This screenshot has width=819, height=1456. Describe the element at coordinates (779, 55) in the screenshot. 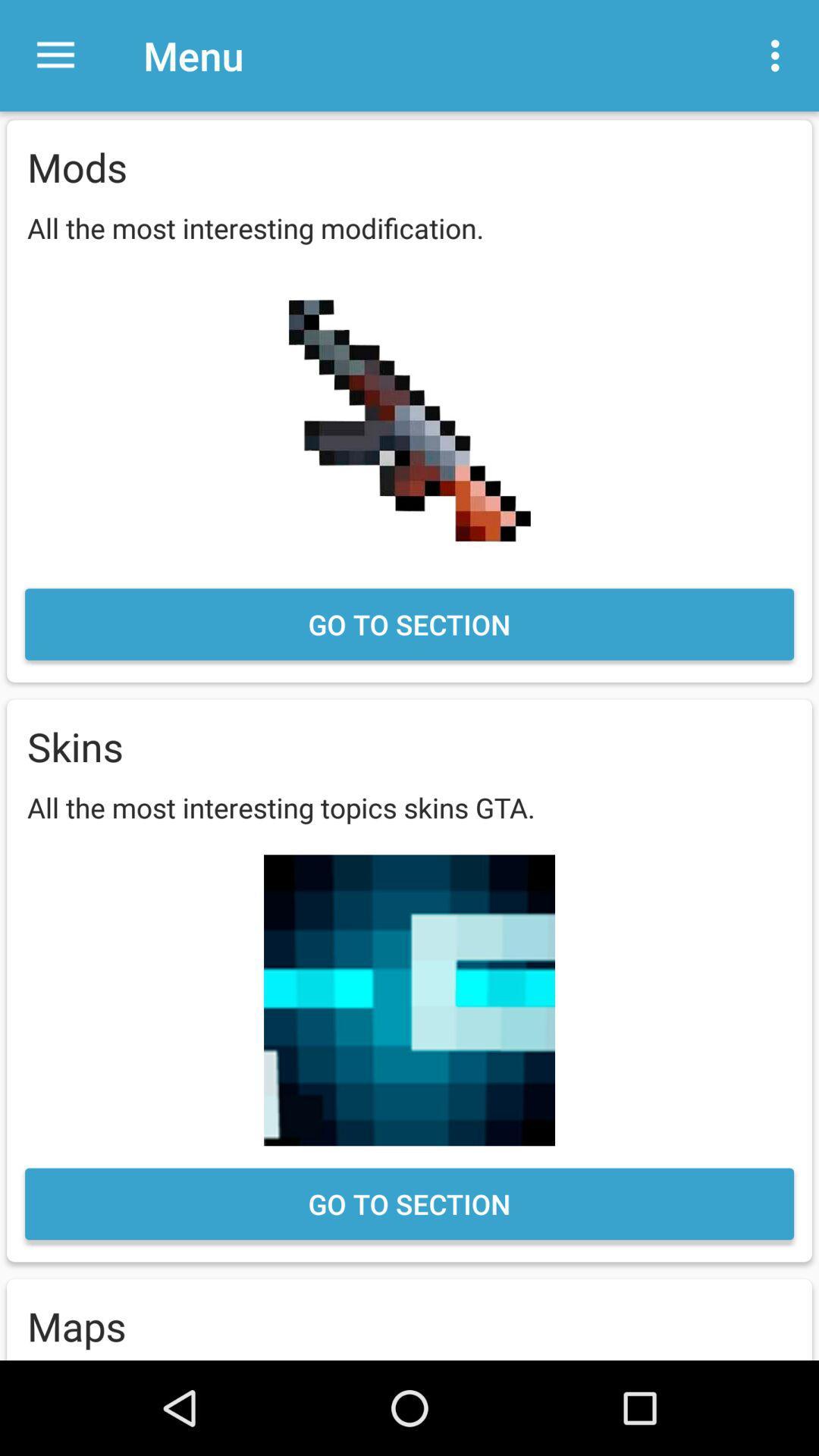

I see `item next to the menu` at that location.